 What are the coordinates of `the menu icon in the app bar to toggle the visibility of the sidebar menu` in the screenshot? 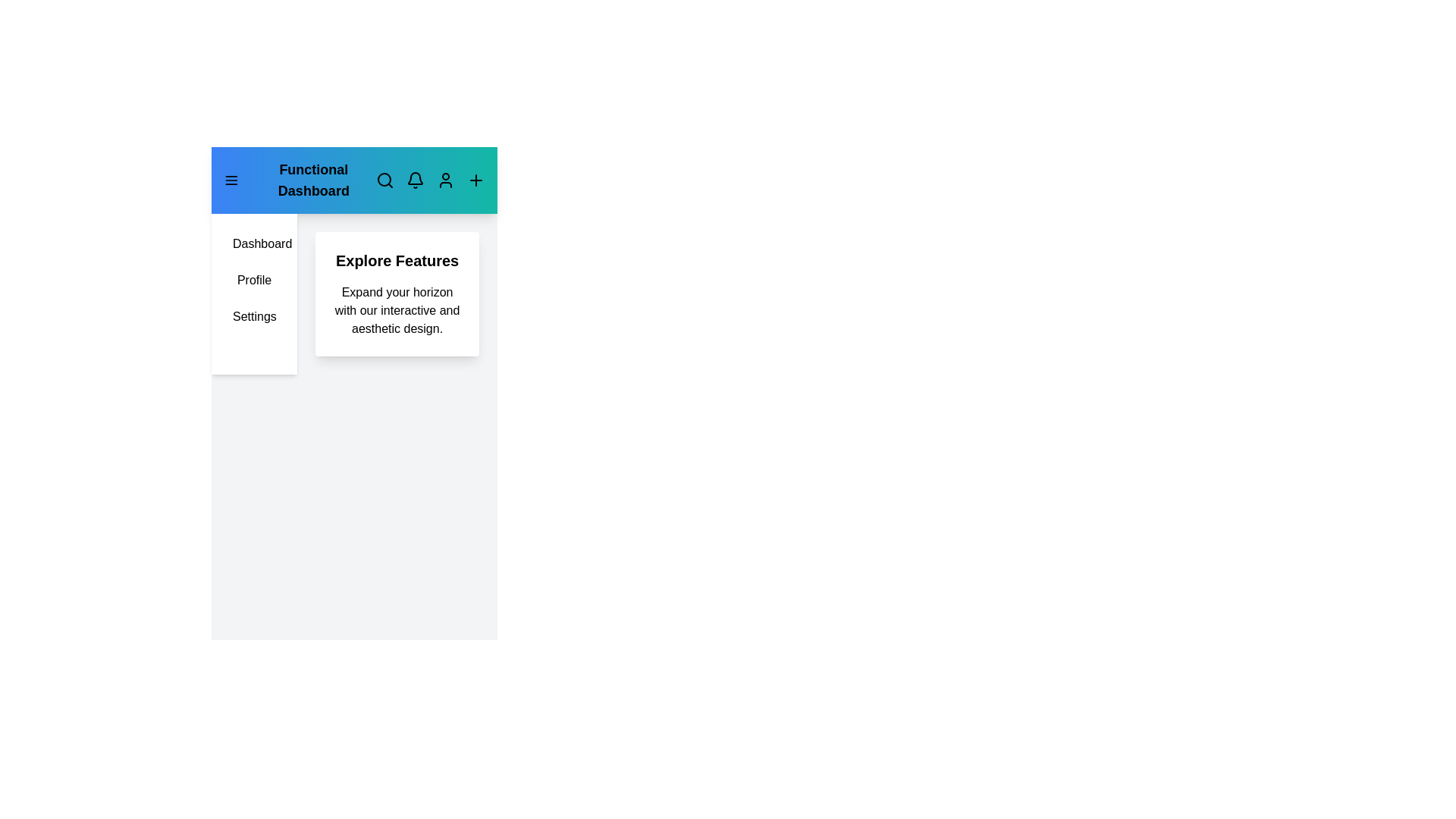 It's located at (231, 180).